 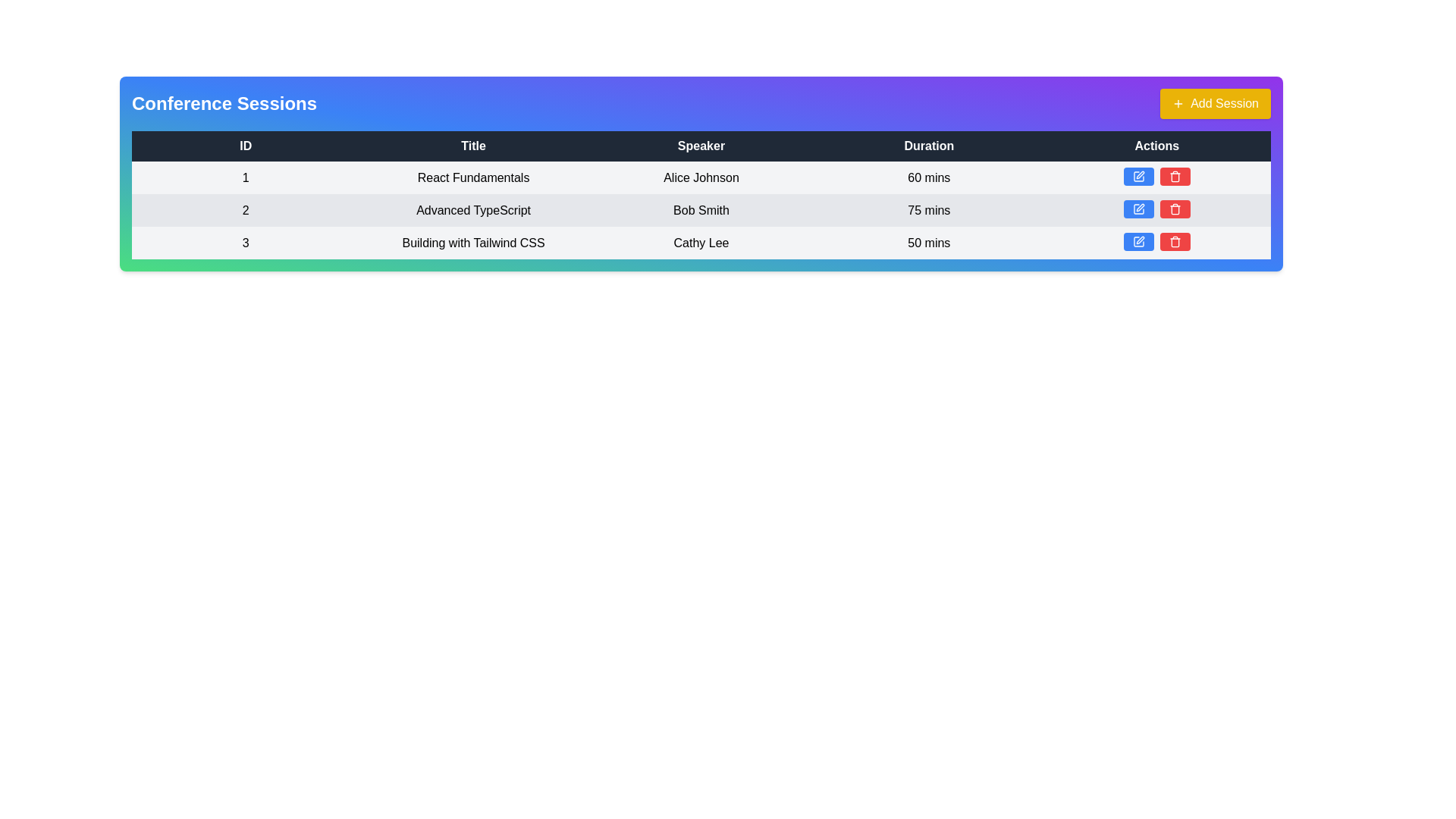 I want to click on displayed text 'Cathy Lee' which is bolded and centered in the third row under the 'Speaker' column of the table, so click(x=701, y=242).